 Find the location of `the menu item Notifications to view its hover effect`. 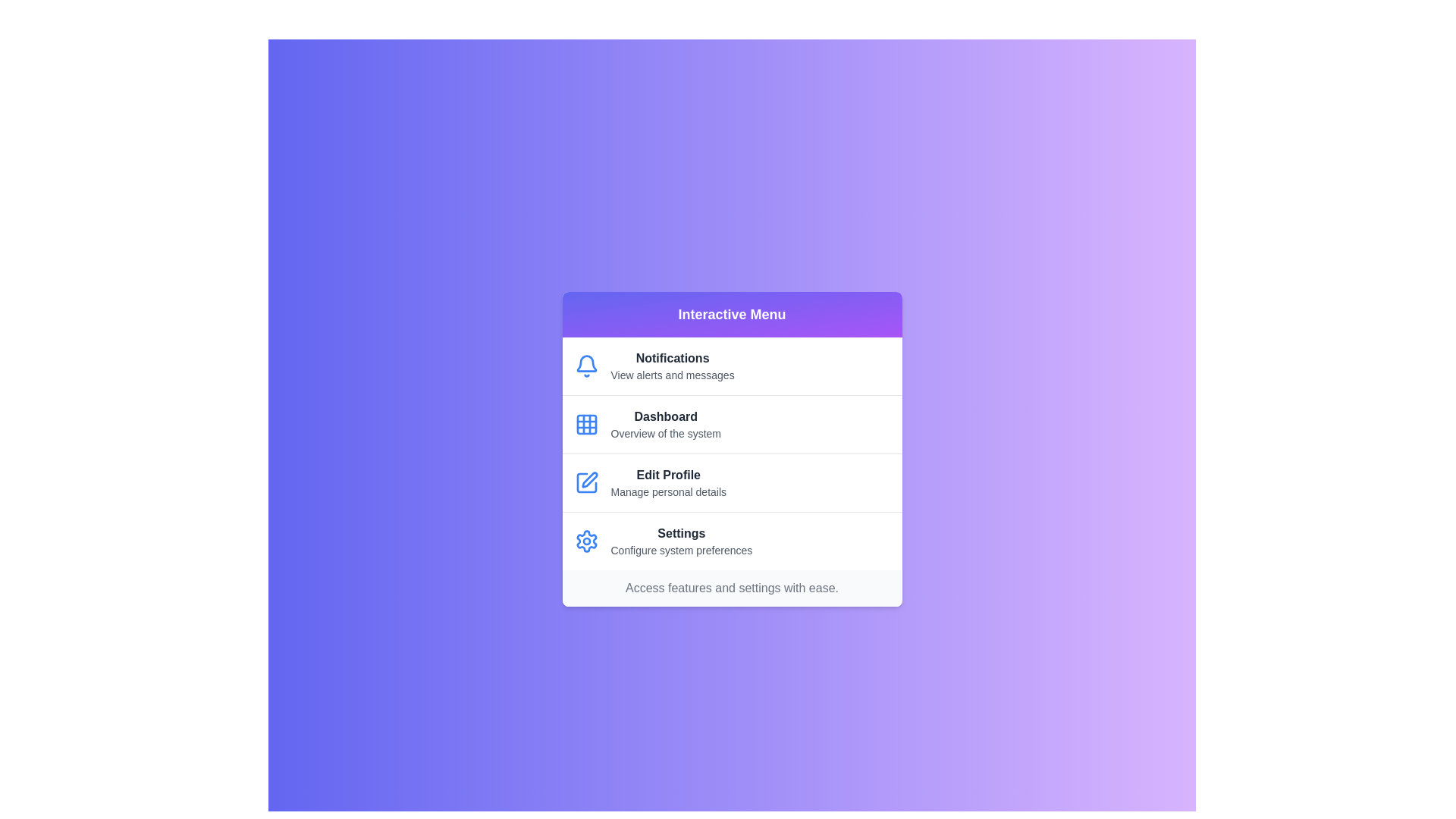

the menu item Notifications to view its hover effect is located at coordinates (732, 366).